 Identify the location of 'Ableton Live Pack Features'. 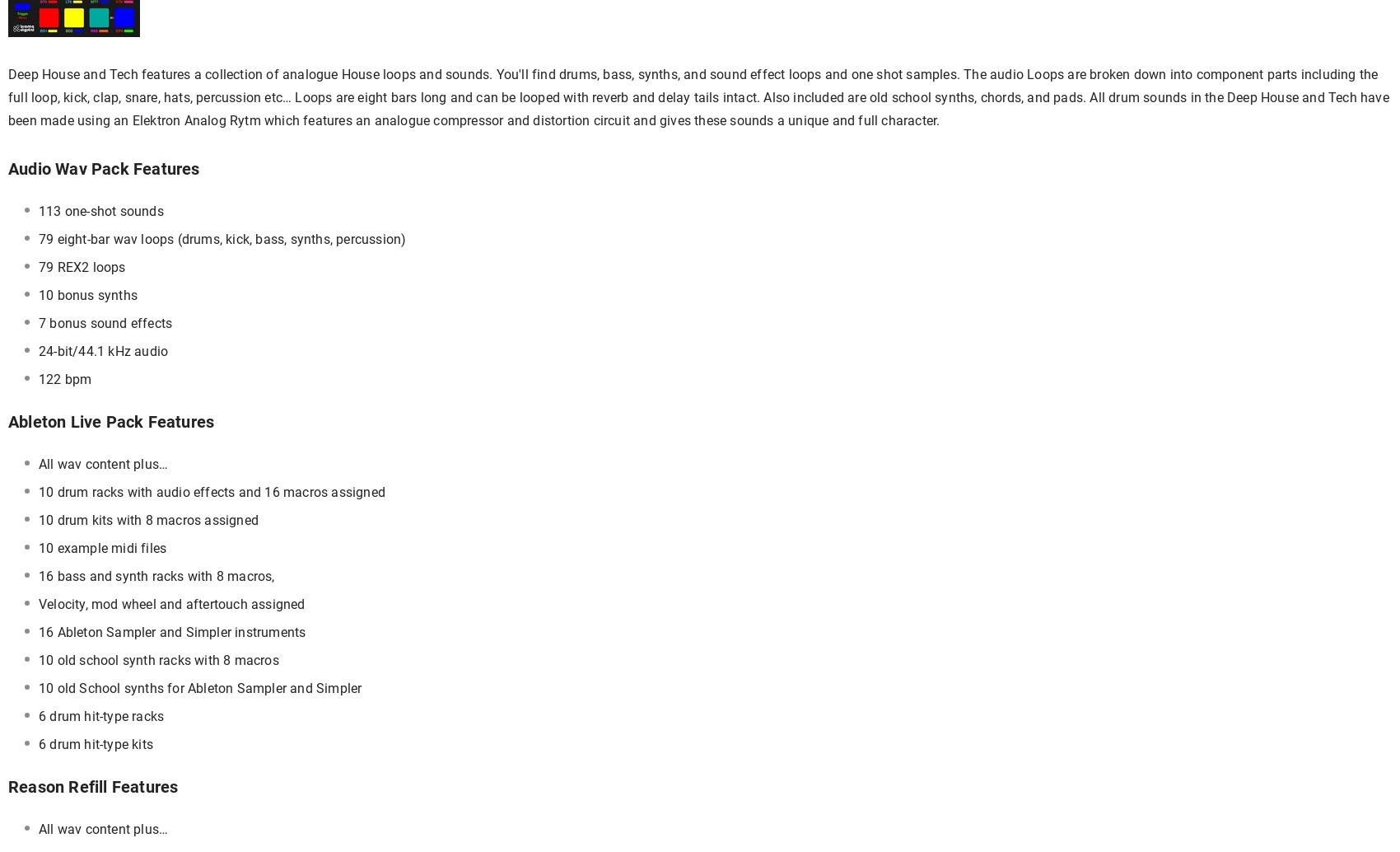
(110, 421).